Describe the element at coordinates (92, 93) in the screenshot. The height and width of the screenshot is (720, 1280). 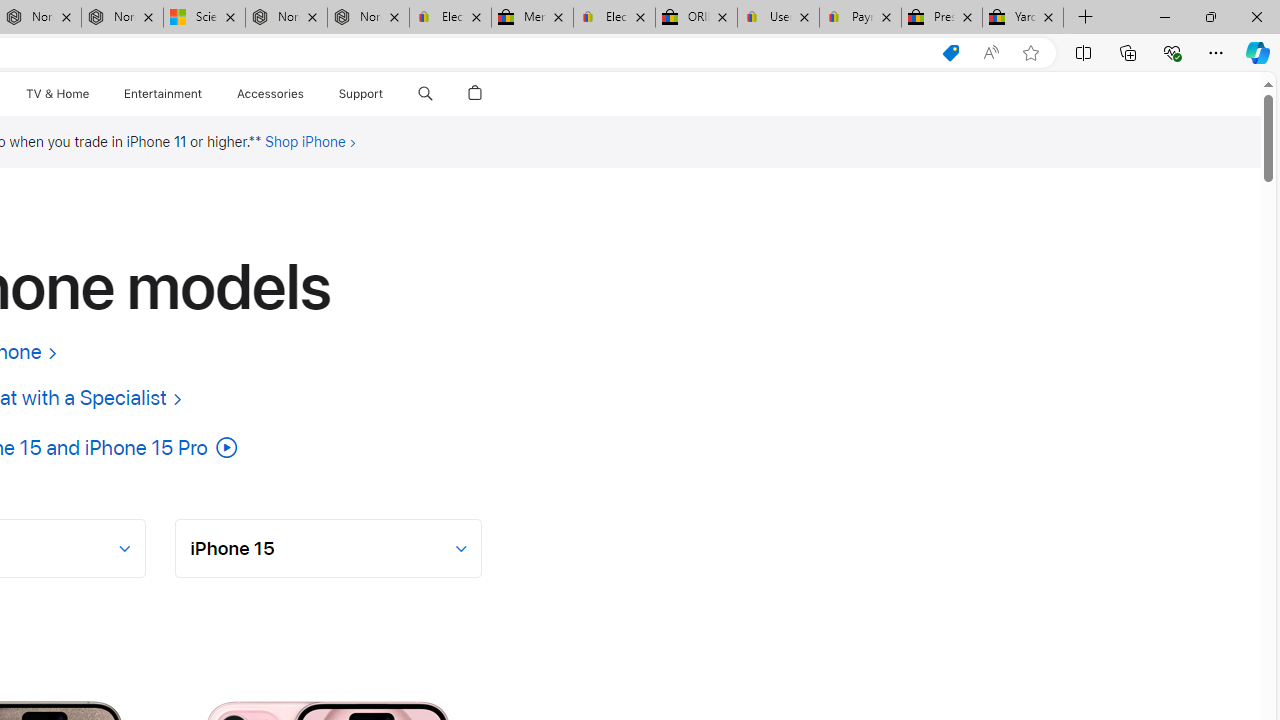
I see `'TV and Home menu'` at that location.